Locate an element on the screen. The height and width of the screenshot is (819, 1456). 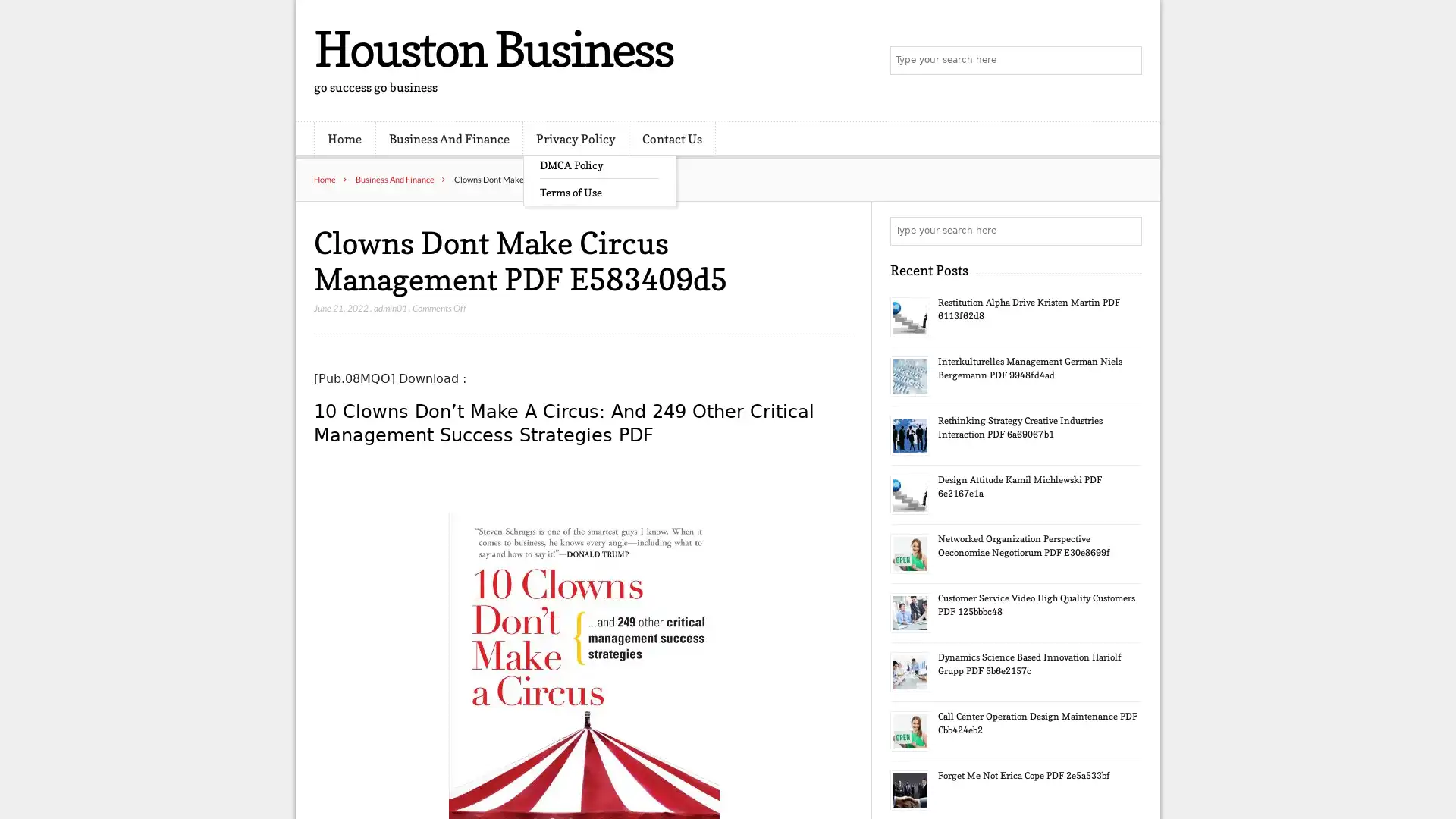
Search is located at coordinates (1126, 61).